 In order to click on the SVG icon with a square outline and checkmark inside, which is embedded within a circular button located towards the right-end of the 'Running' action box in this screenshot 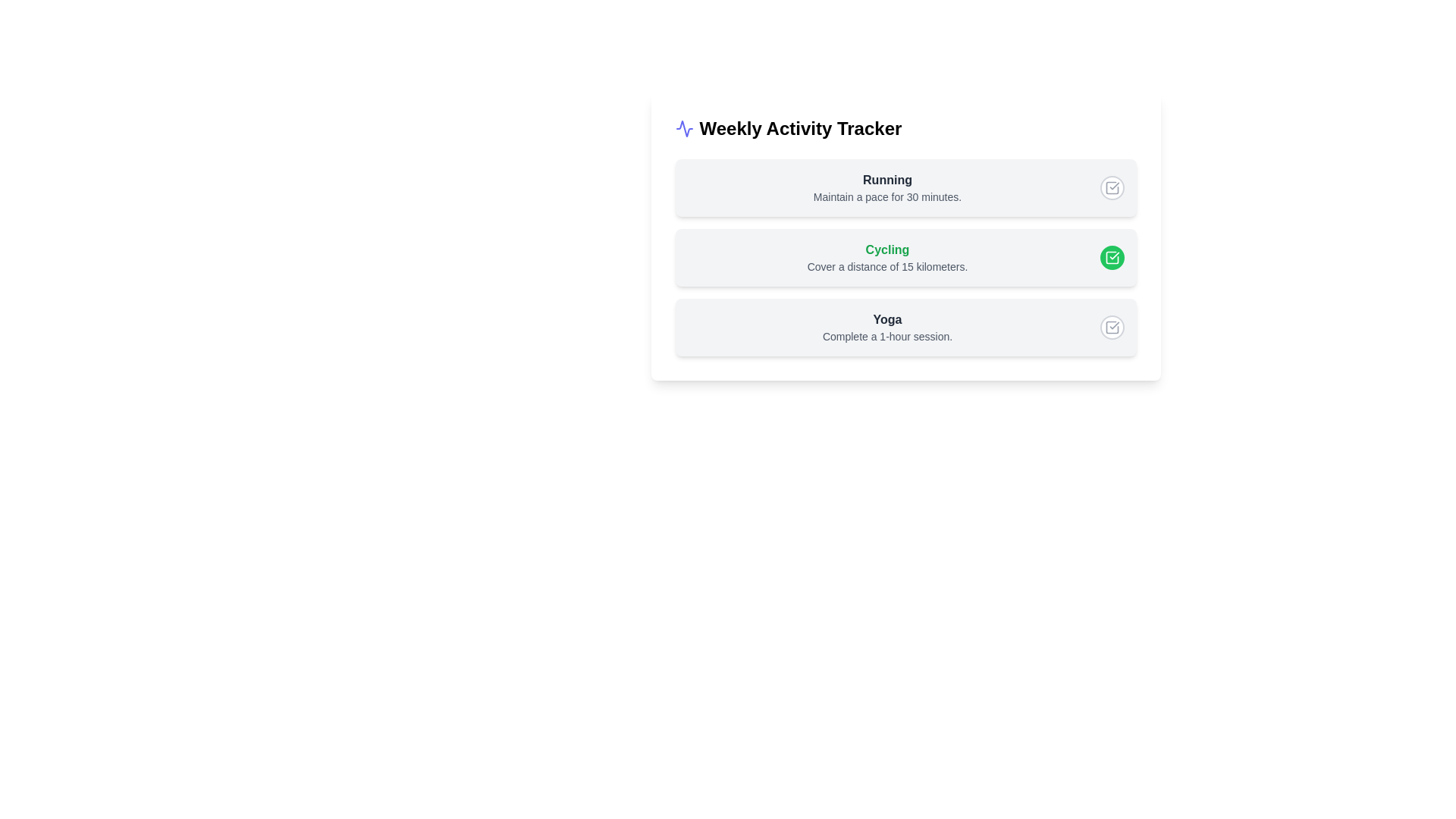, I will do `click(1112, 187)`.